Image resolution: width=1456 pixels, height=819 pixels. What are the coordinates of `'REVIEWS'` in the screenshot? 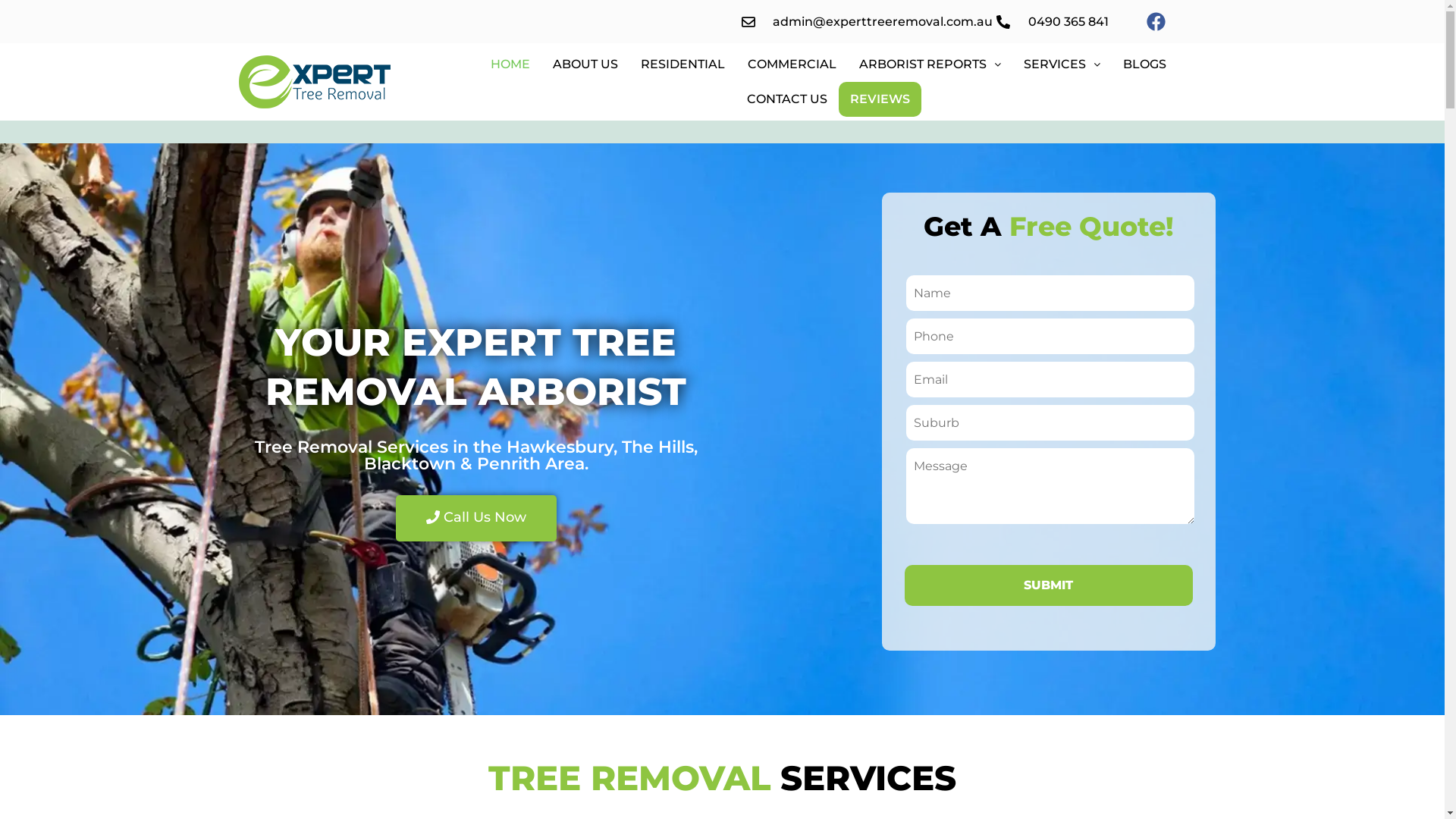 It's located at (880, 99).